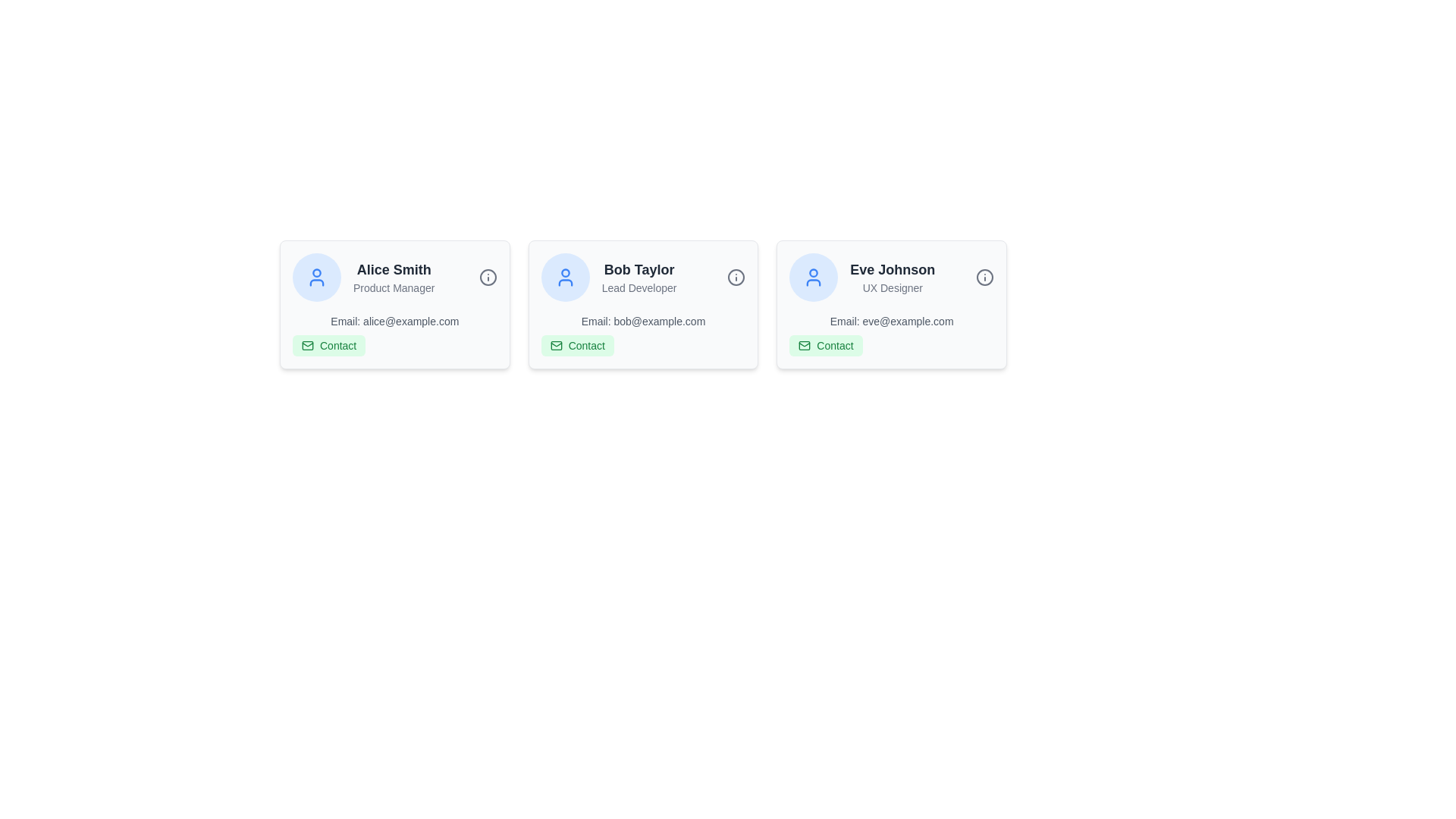 The image size is (1456, 819). What do you see at coordinates (564, 273) in the screenshot?
I see `the circular shape representing the user's profile in the second card titled 'Bob Taylor'` at bounding box center [564, 273].